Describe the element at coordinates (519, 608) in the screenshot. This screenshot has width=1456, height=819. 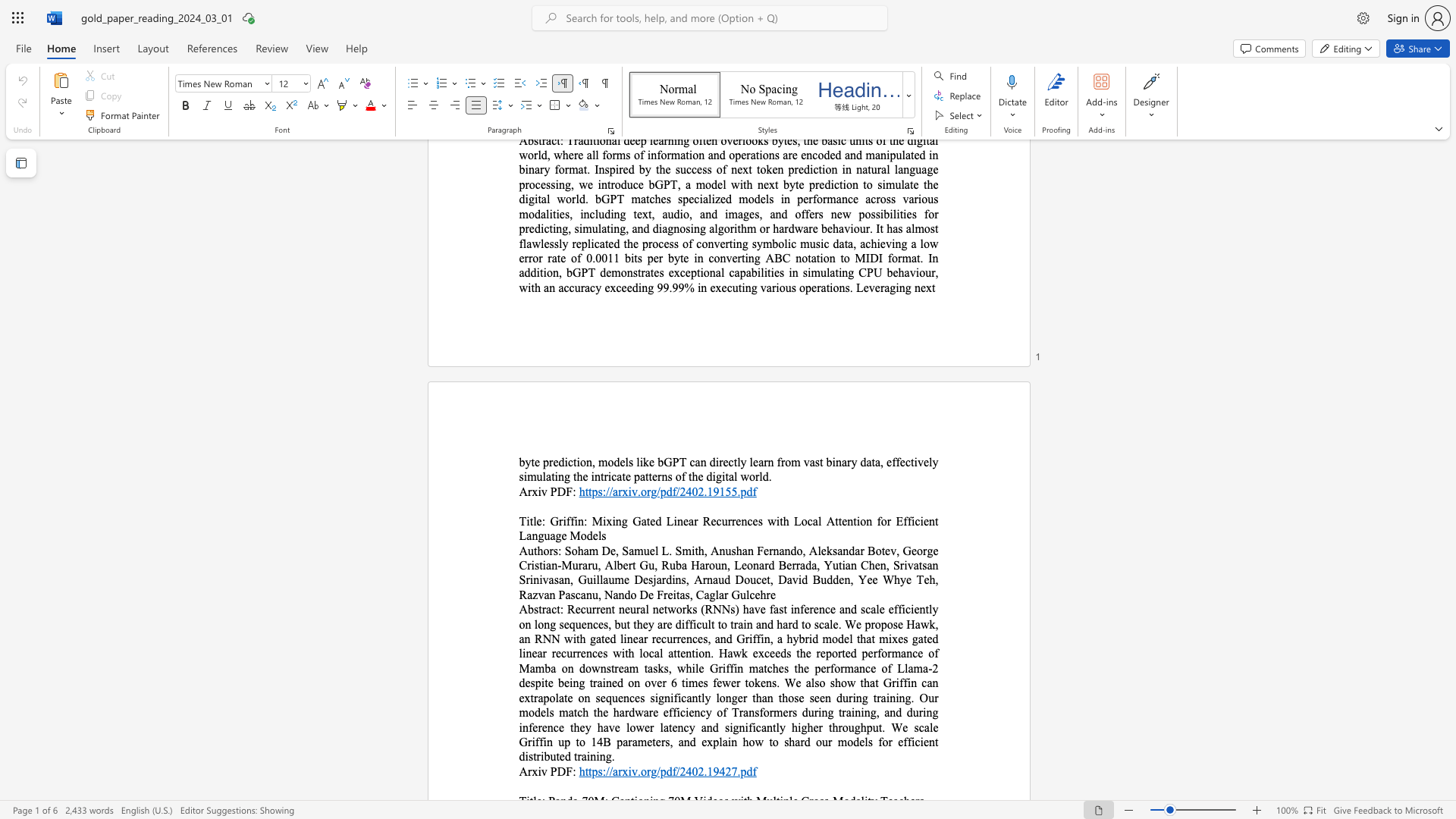
I see `the subset text "Ab" within the text "Abstract:"` at that location.